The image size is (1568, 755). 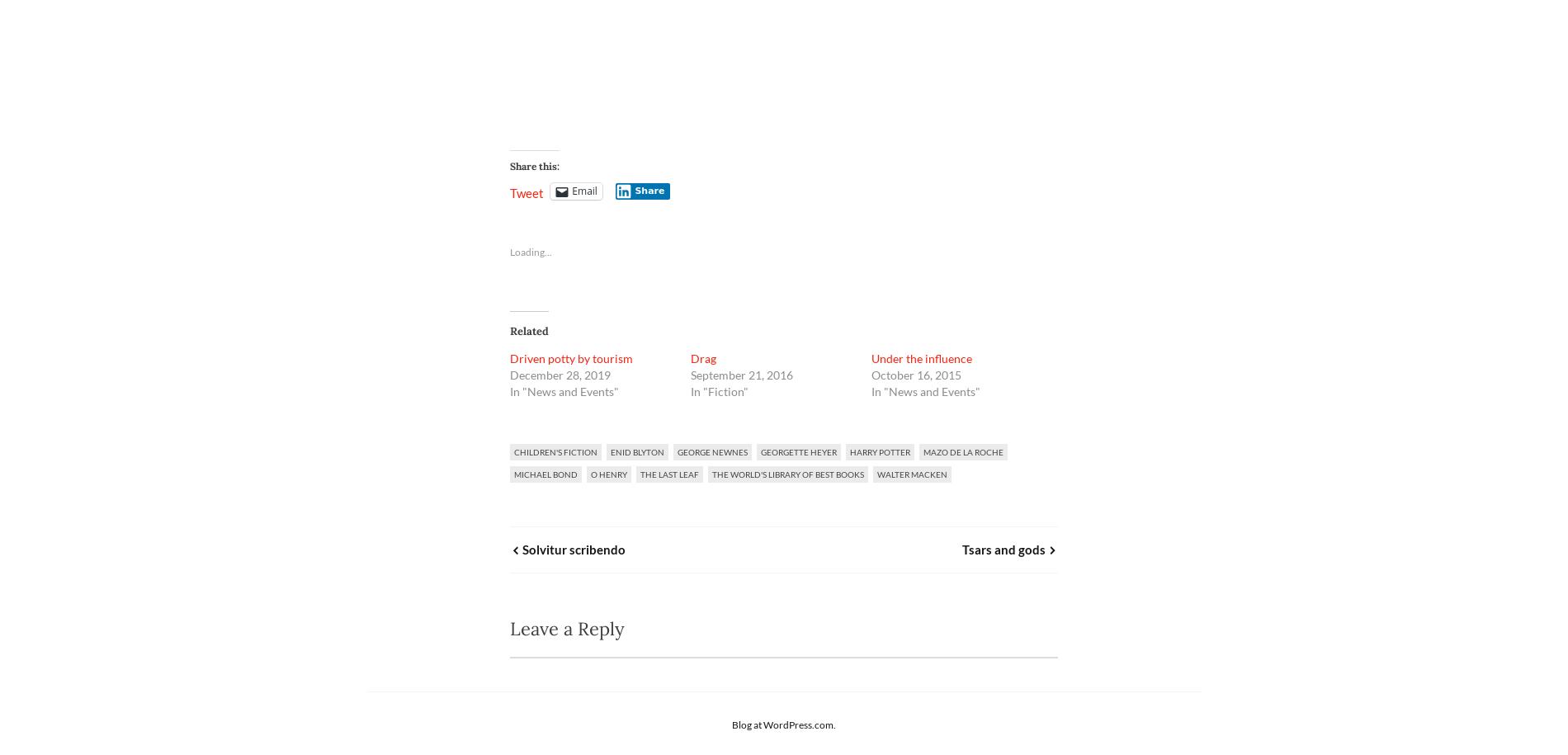 I want to click on 'Share', so click(x=633, y=190).